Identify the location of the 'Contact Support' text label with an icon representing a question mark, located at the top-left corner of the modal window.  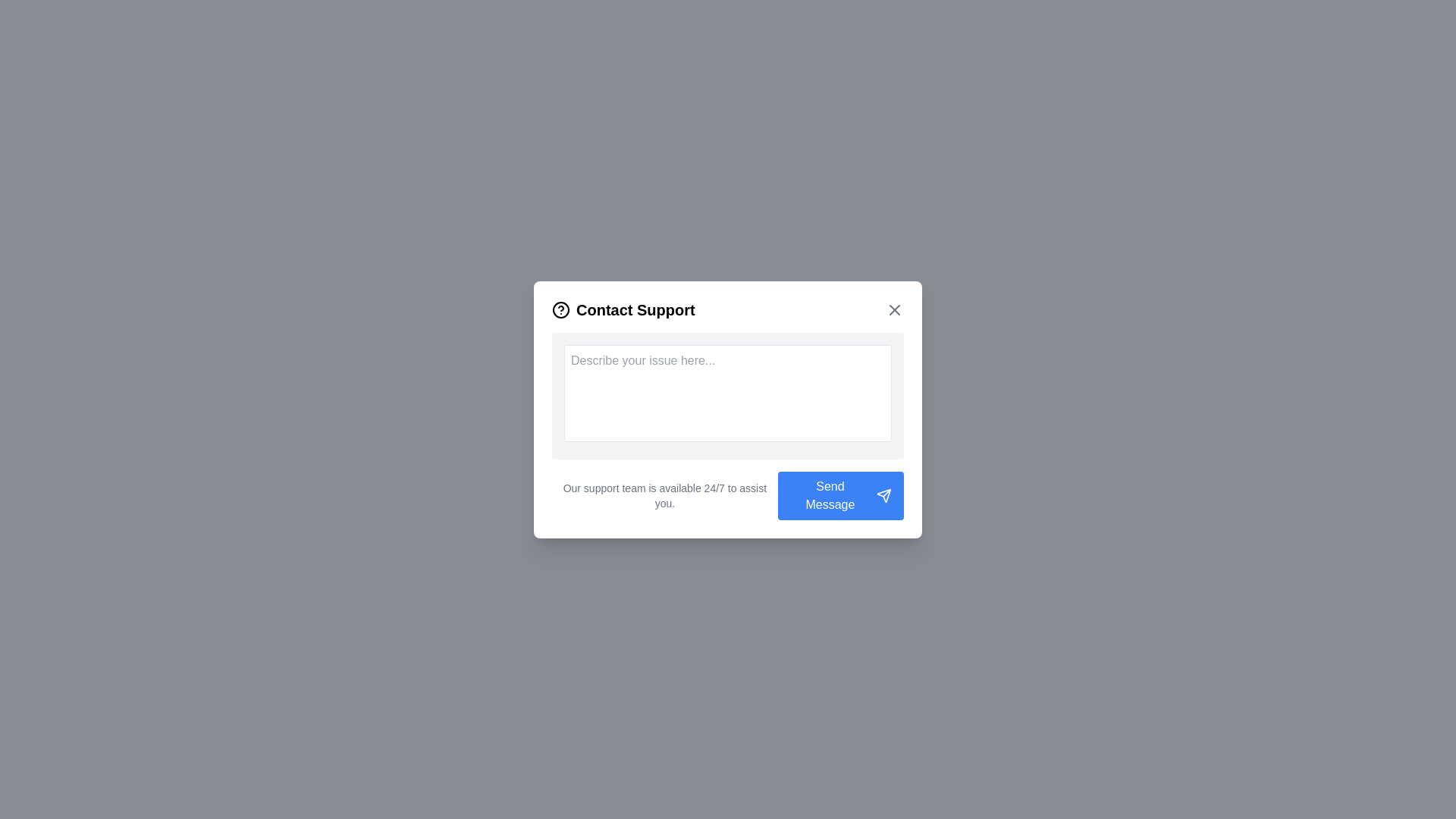
(623, 309).